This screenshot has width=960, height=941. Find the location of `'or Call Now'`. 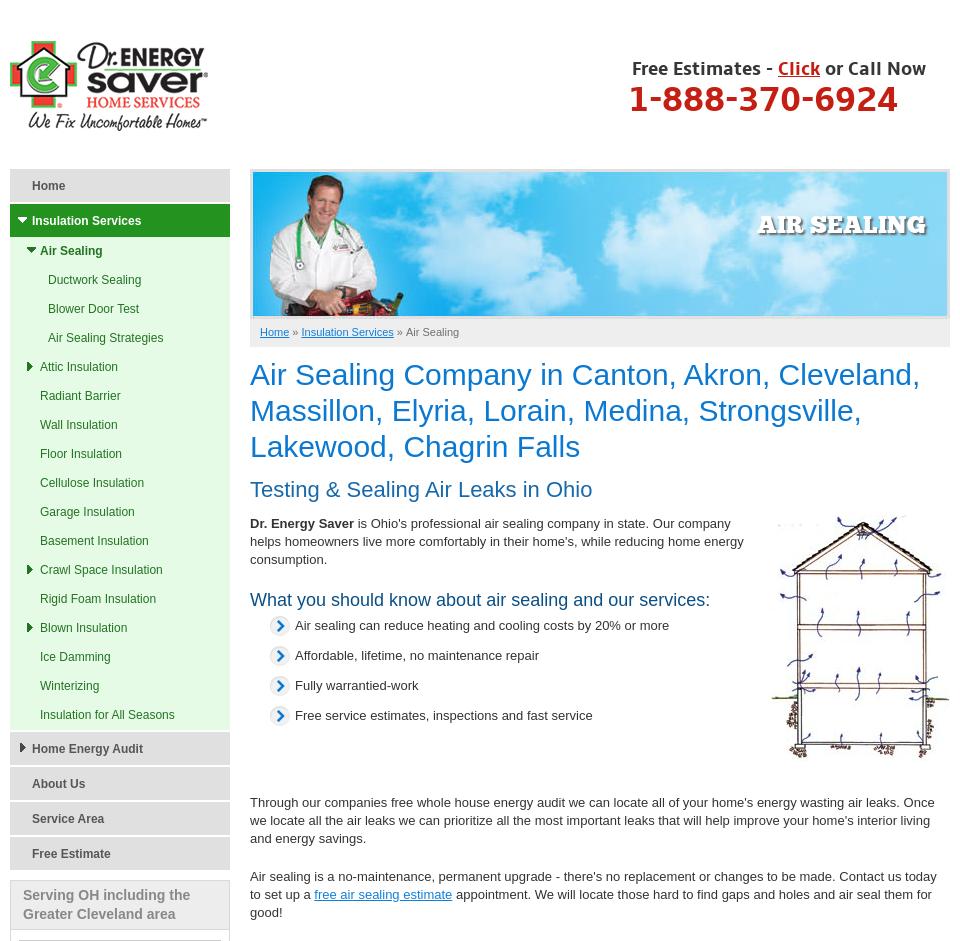

'or Call Now' is located at coordinates (872, 69).